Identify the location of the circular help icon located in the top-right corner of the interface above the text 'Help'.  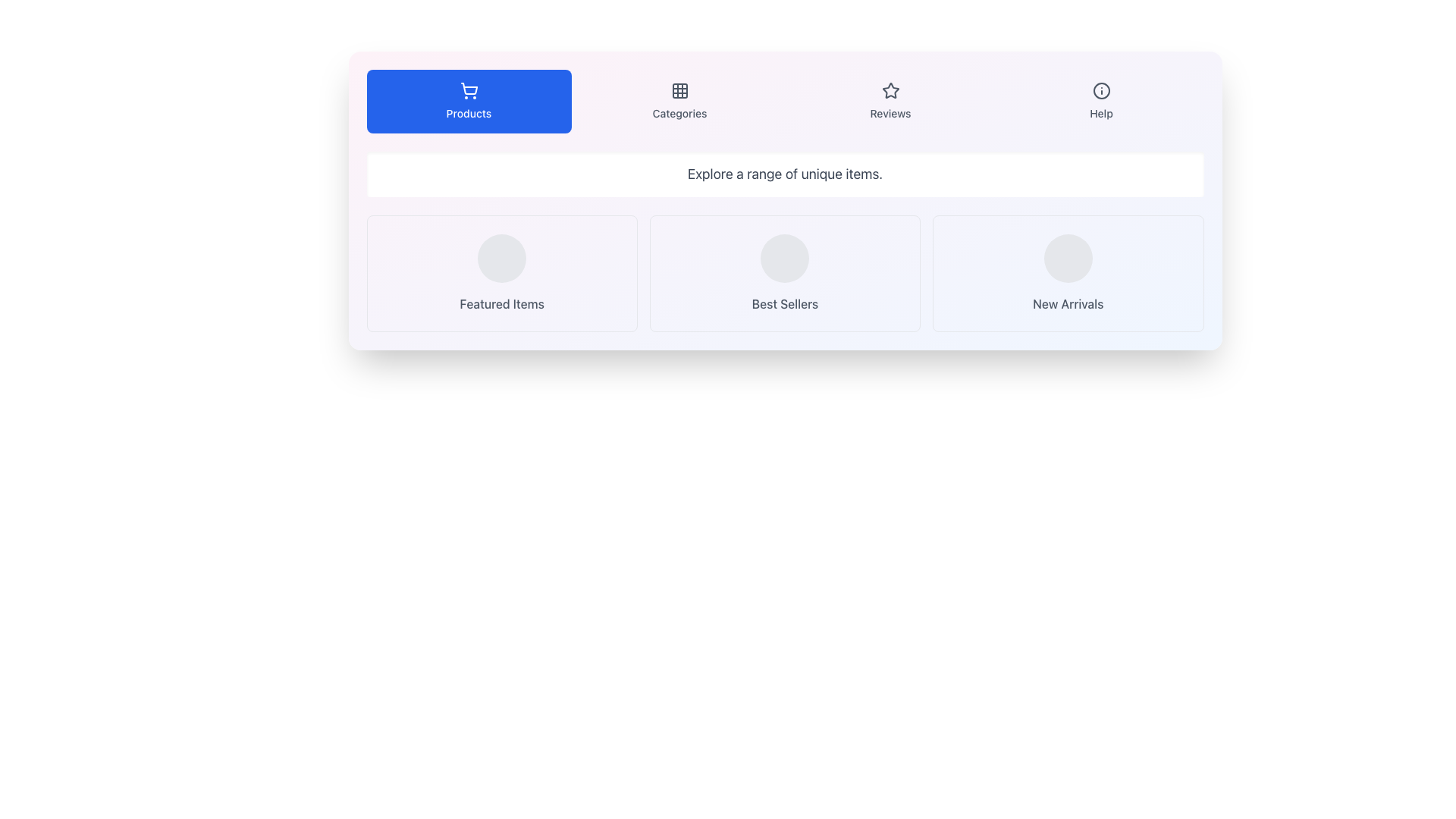
(1101, 90).